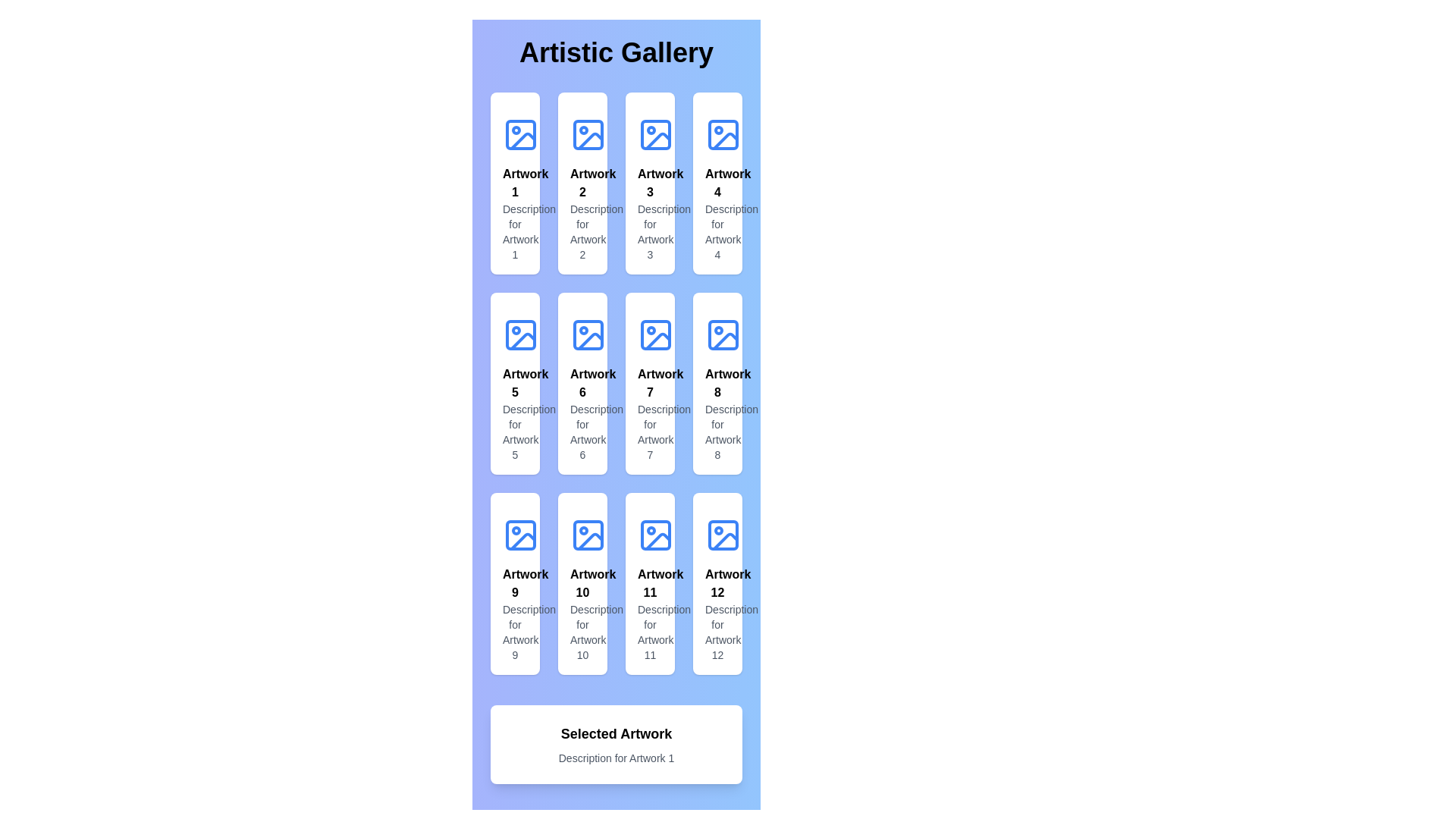 Image resolution: width=1456 pixels, height=819 pixels. Describe the element at coordinates (520, 133) in the screenshot. I see `the icon representing 'Artwork 1' located at the top-left corner of the grid by` at that location.